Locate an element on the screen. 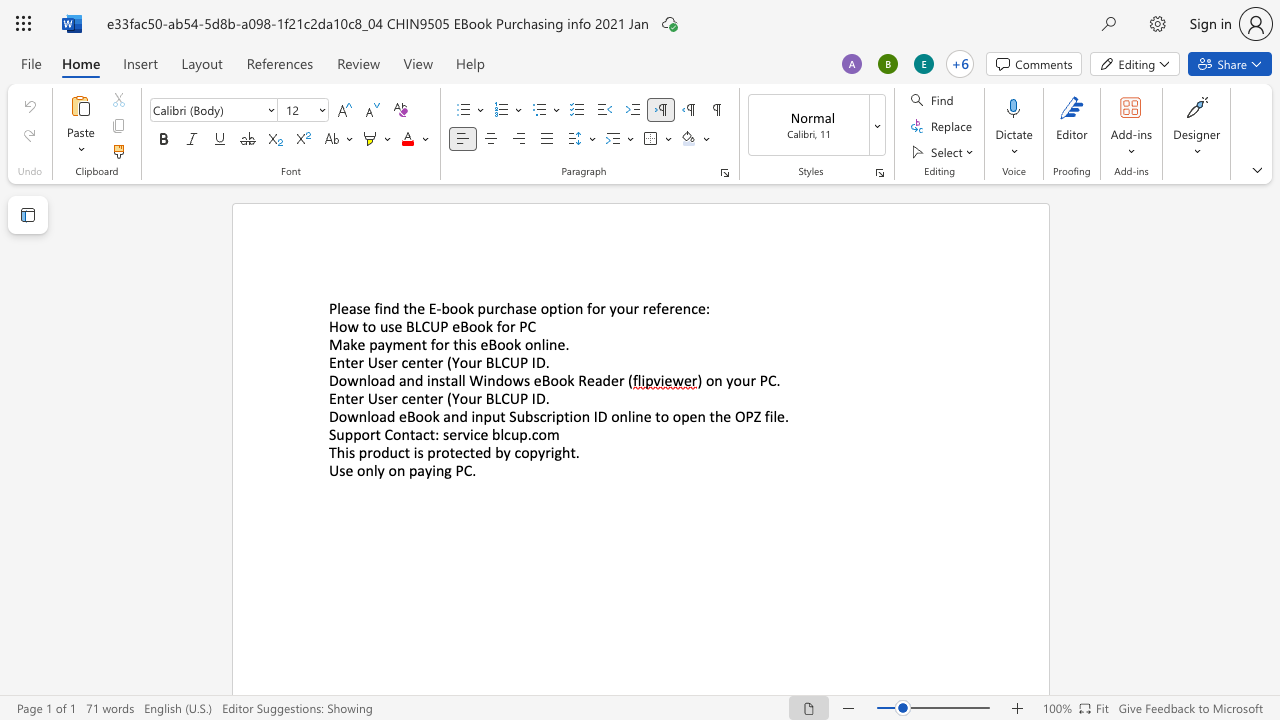 This screenshot has height=720, width=1280. the 2th character "n" in the text is located at coordinates (537, 343).